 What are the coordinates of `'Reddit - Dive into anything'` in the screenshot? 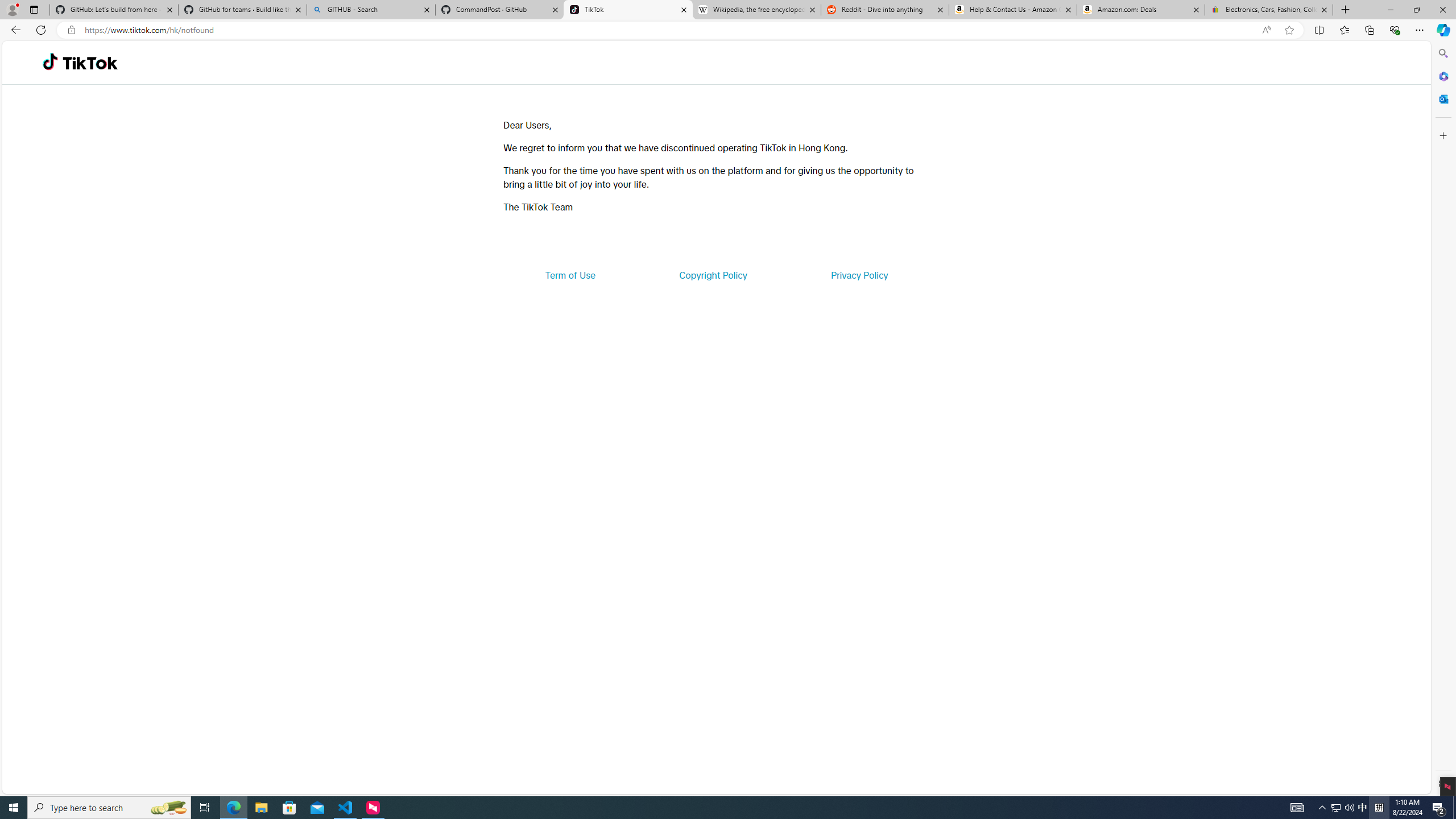 It's located at (885, 9).